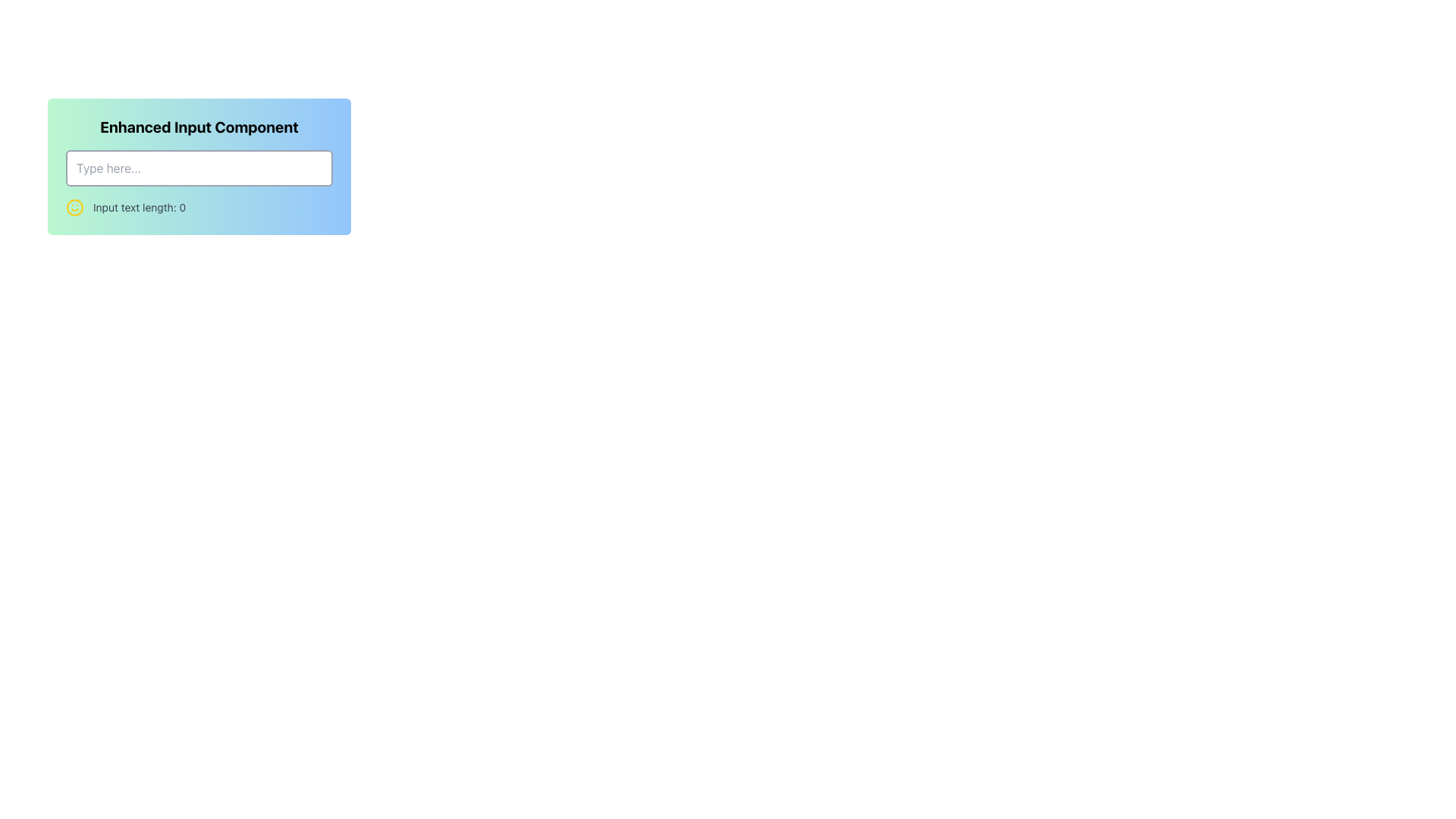 This screenshot has width=1456, height=819. What do you see at coordinates (74, 207) in the screenshot?
I see `the yellow circular smiley icon, which features a minimalist design with two small eyes and a curved smile, located at the far-left of a group with a text indicator to its right` at bounding box center [74, 207].